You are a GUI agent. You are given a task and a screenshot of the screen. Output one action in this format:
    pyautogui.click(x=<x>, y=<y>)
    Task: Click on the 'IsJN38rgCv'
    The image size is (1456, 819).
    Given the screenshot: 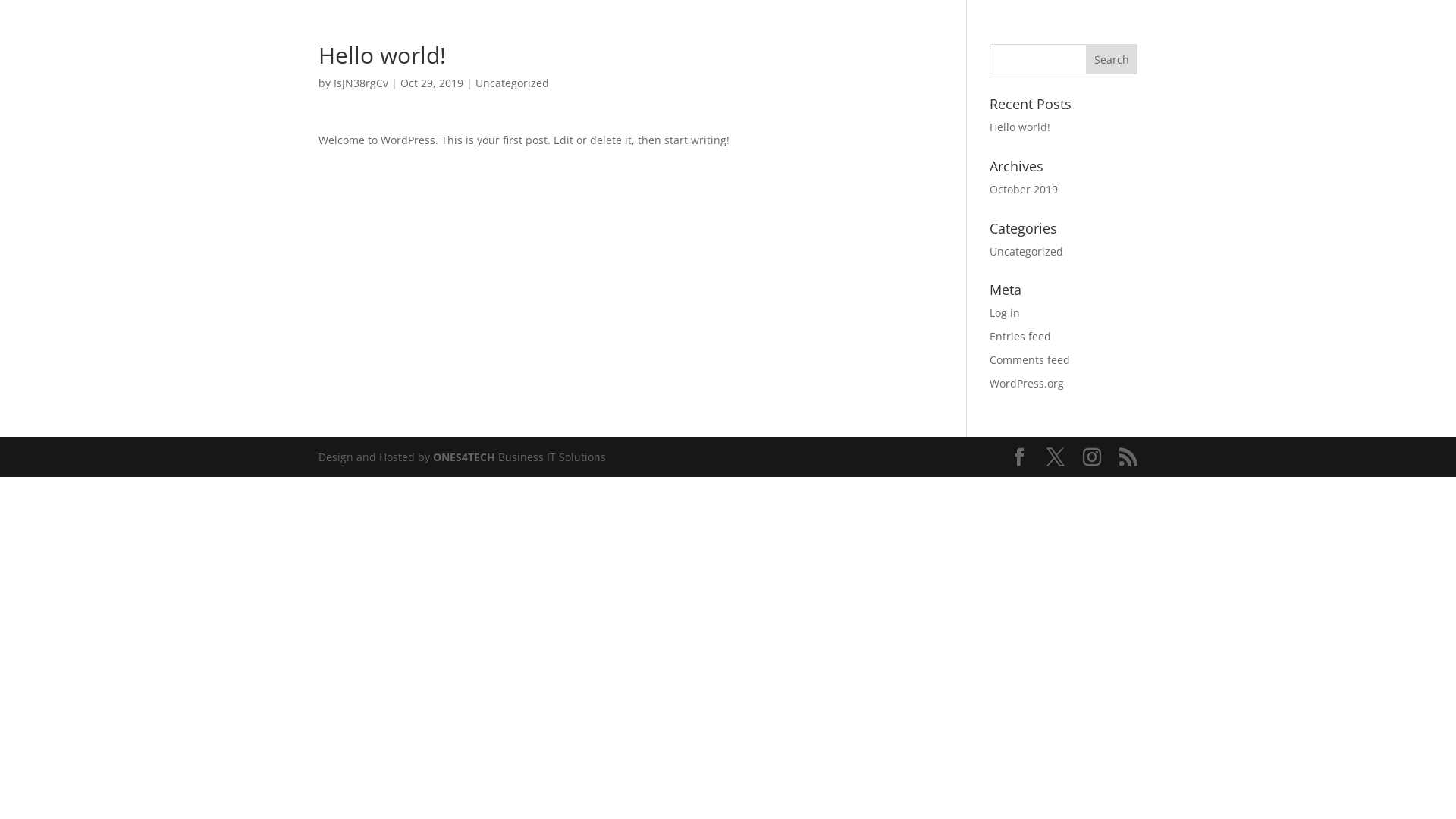 What is the action you would take?
    pyautogui.click(x=359, y=83)
    